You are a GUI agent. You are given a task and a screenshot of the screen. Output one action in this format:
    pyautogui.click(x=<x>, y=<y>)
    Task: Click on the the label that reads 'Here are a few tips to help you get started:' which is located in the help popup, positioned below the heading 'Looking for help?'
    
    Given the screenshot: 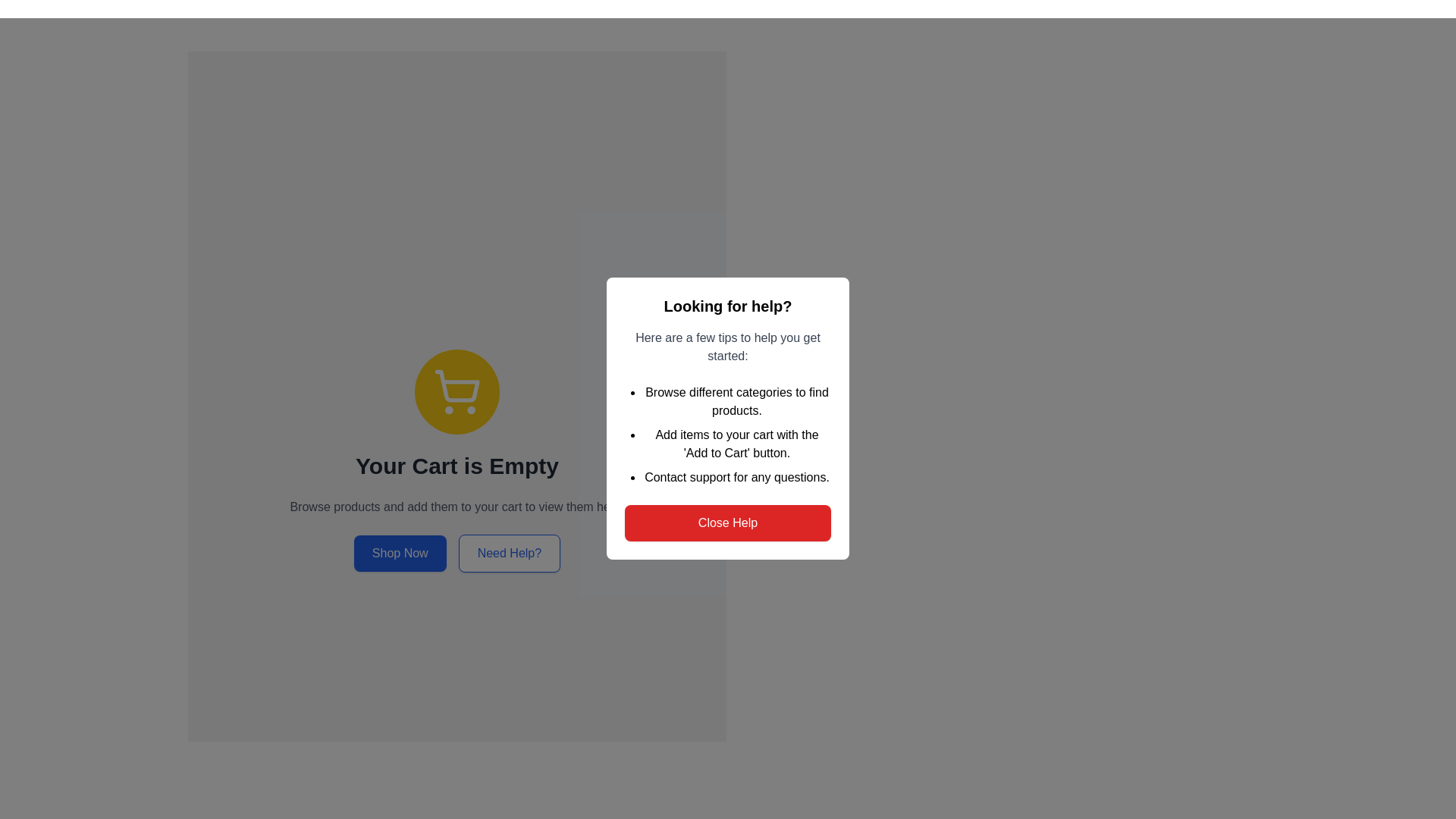 What is the action you would take?
    pyautogui.click(x=728, y=347)
    